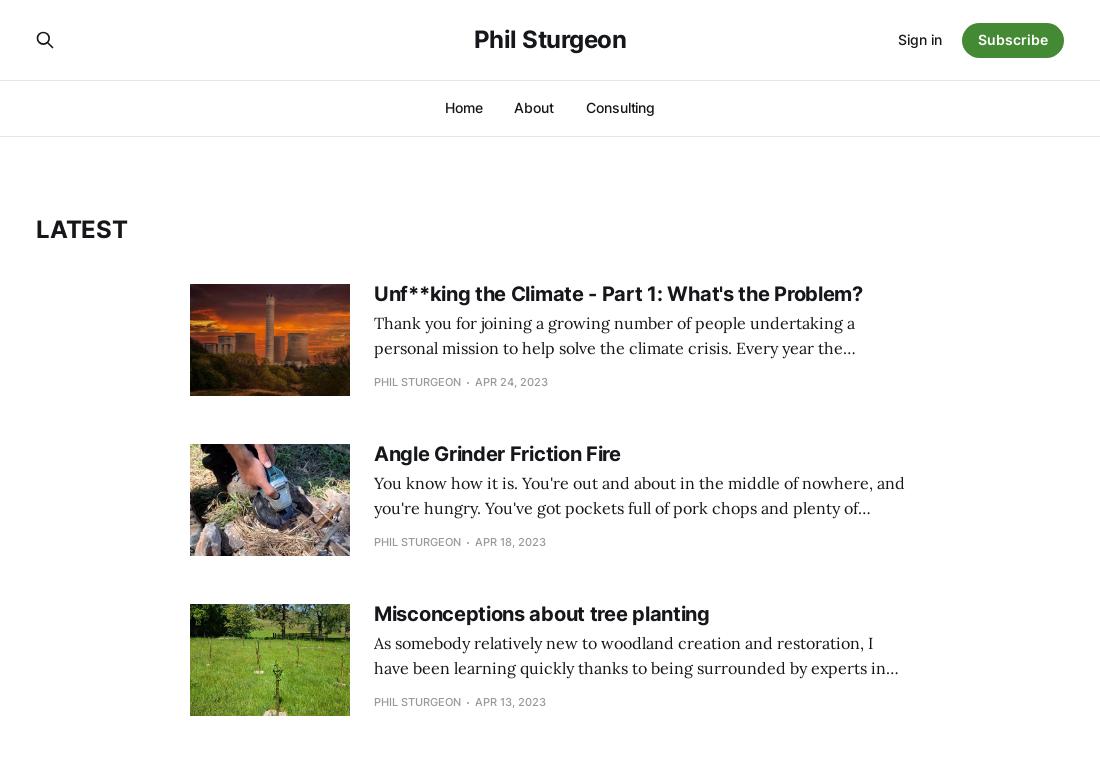  What do you see at coordinates (534, 106) in the screenshot?
I see `'About'` at bounding box center [534, 106].